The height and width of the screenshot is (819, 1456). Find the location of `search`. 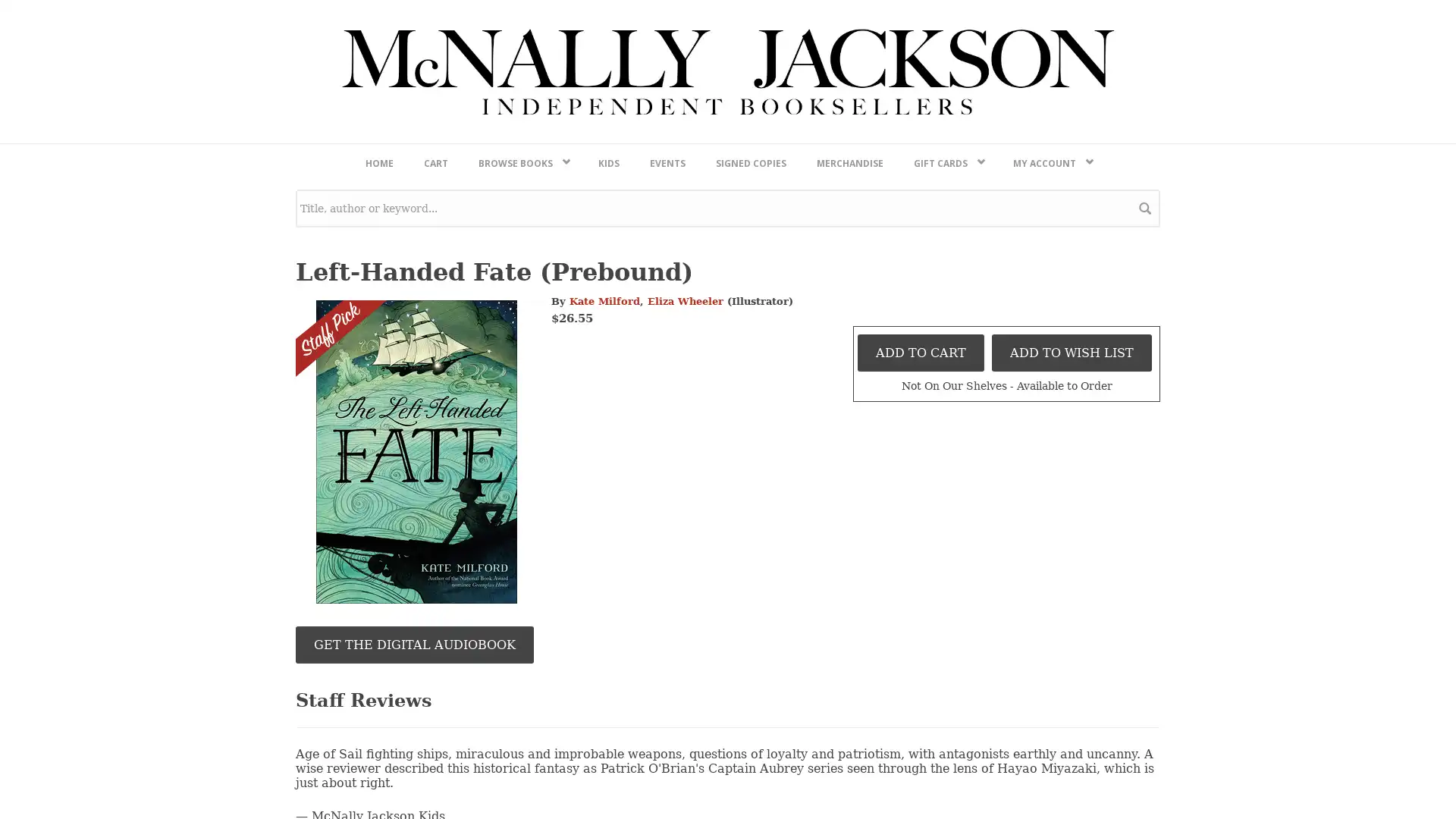

search is located at coordinates (1145, 607).